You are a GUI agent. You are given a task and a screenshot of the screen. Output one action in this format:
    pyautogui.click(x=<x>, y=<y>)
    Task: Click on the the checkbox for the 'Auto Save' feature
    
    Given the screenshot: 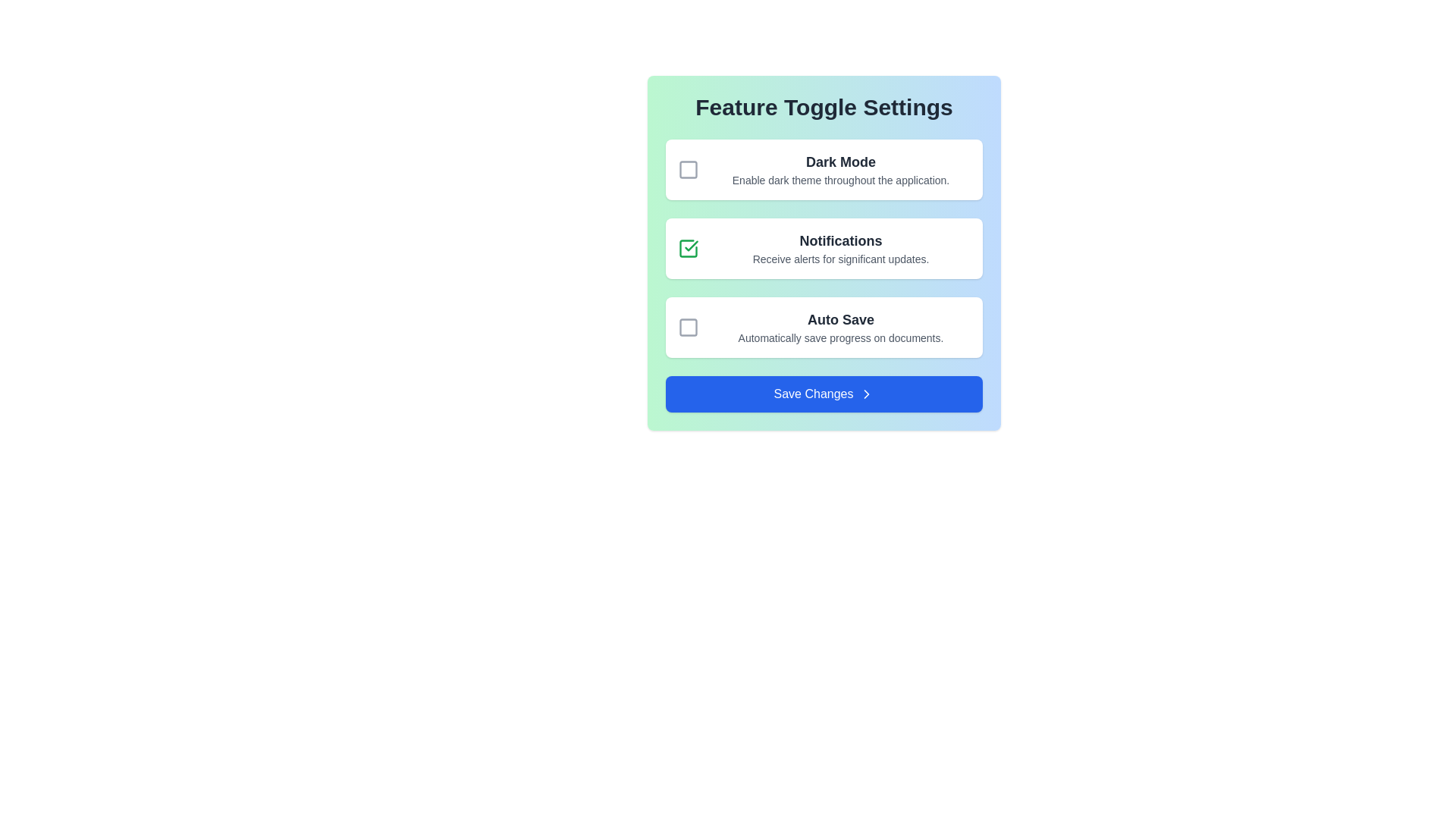 What is the action you would take?
    pyautogui.click(x=687, y=327)
    